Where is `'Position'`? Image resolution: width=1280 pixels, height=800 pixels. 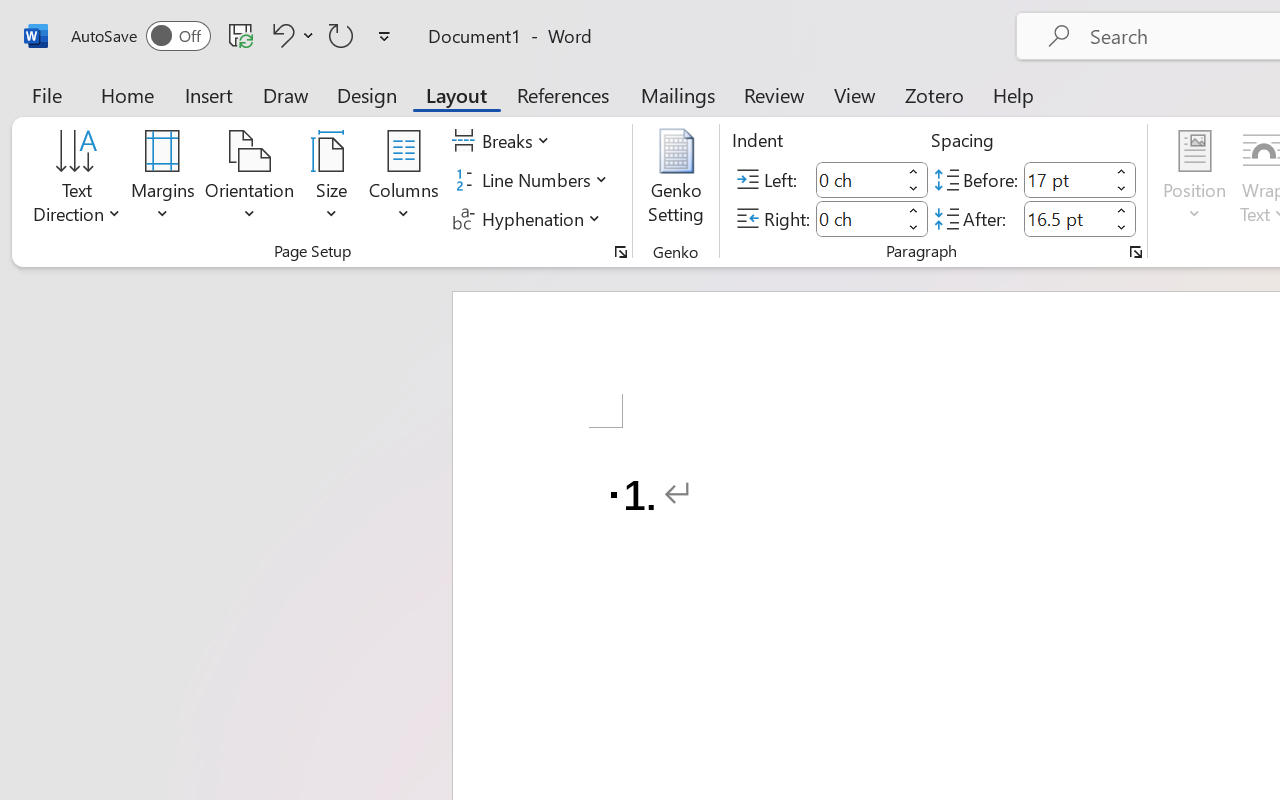 'Position' is located at coordinates (1194, 179).